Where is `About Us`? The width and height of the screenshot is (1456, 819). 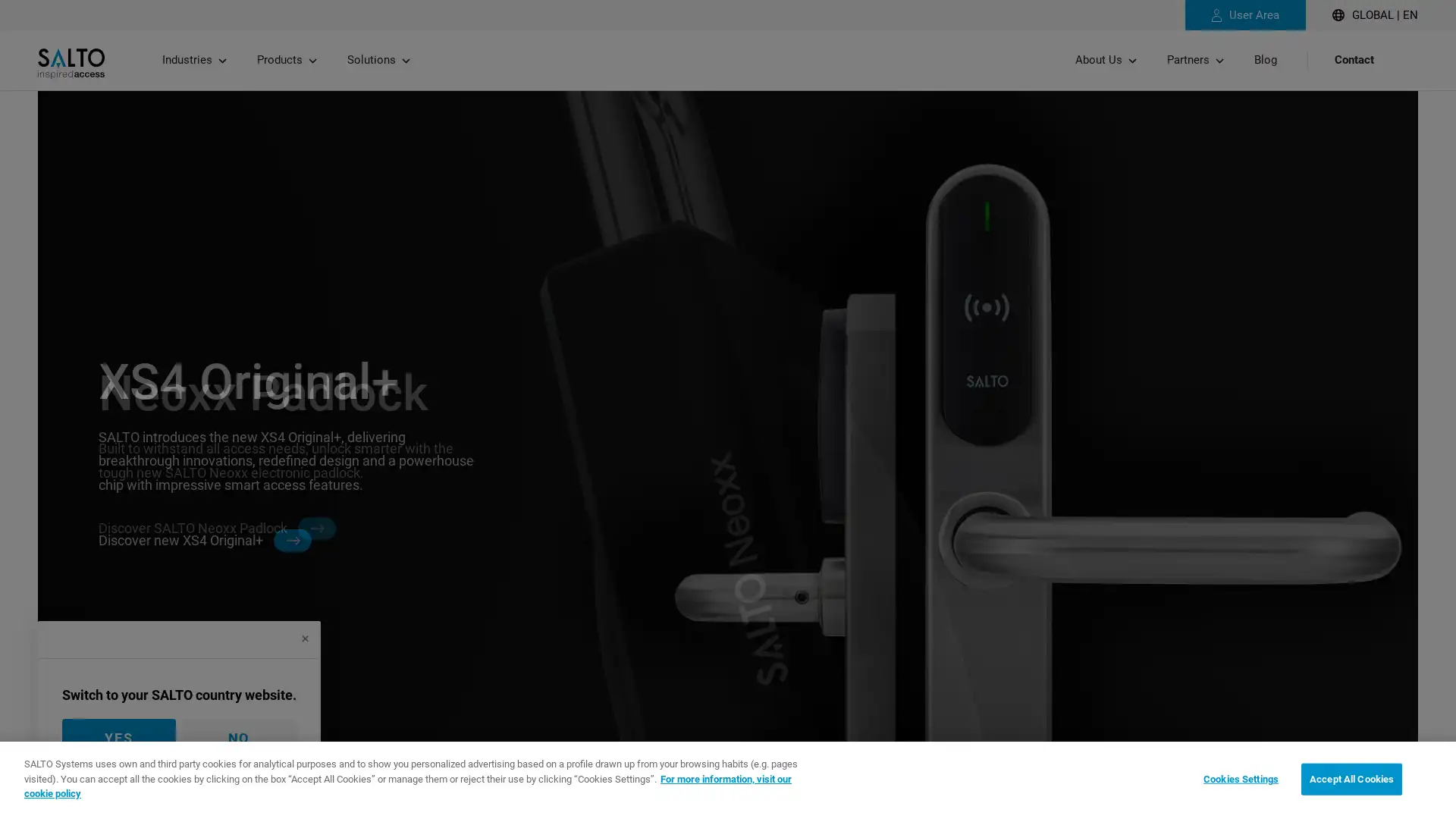
About Us is located at coordinates (1106, 58).